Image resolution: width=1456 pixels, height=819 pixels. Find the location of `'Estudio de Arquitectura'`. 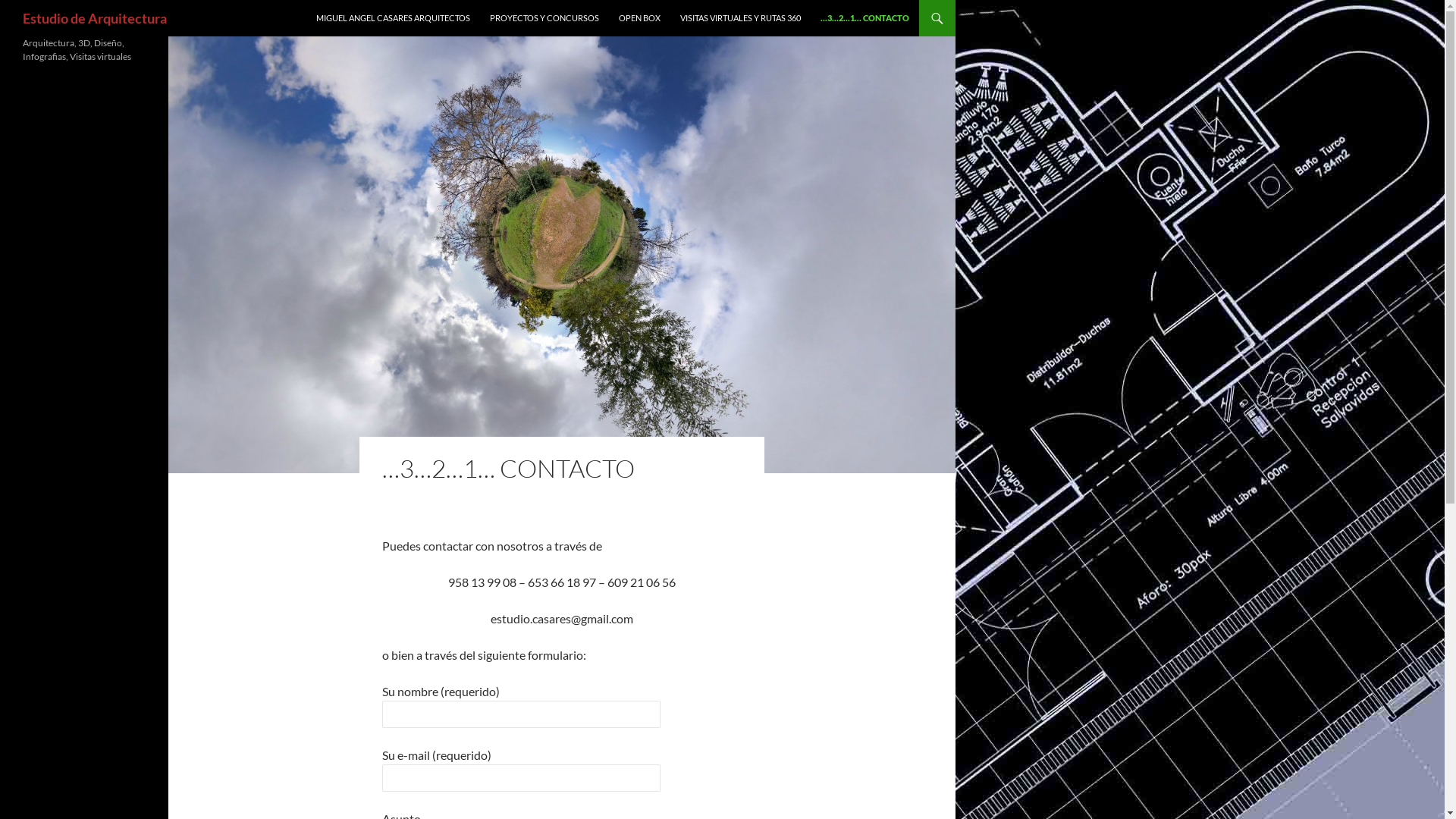

'Estudio de Arquitectura' is located at coordinates (93, 17).